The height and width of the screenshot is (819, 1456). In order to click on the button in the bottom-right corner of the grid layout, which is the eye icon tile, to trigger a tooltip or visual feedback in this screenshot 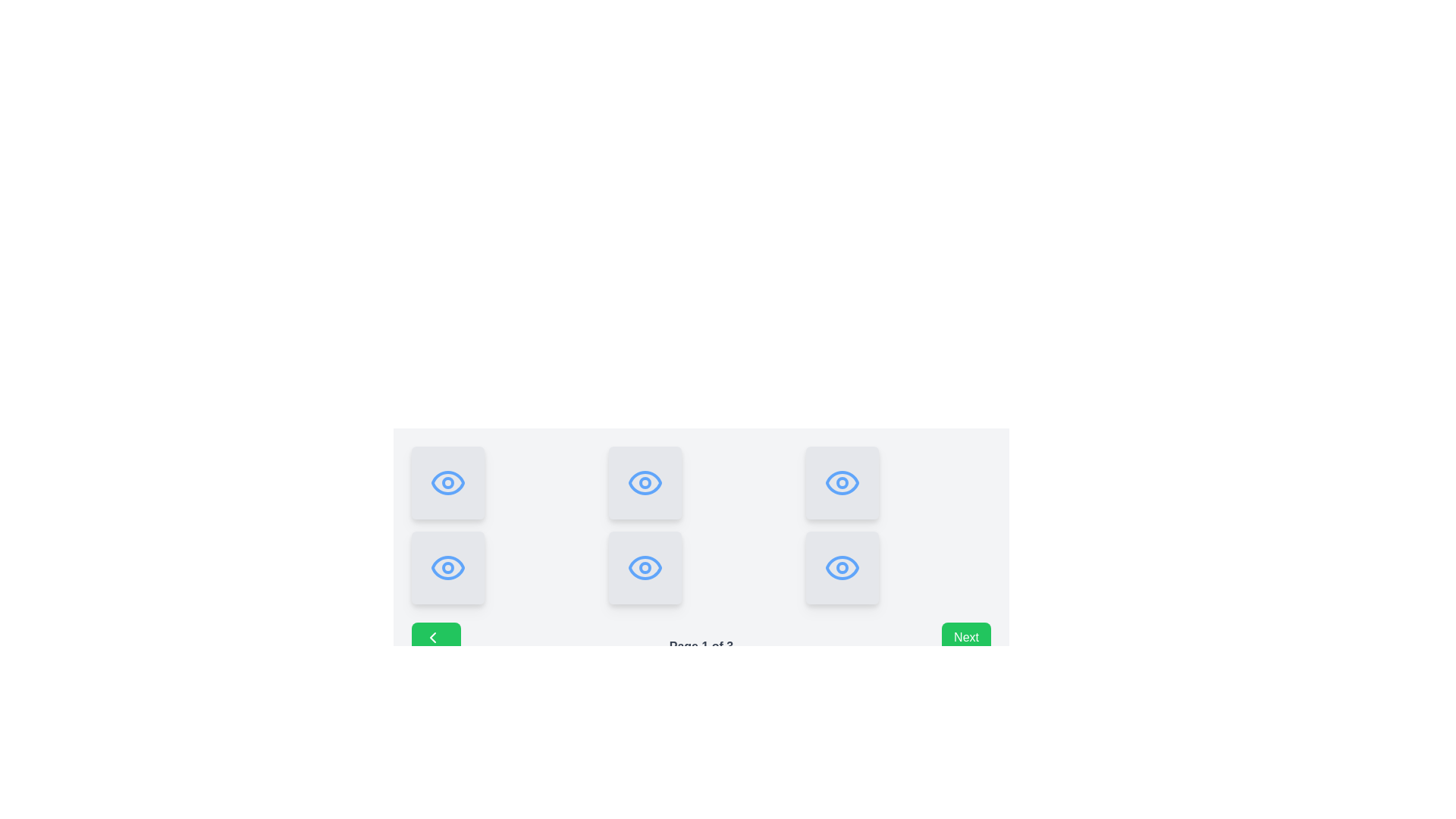, I will do `click(841, 482)`.